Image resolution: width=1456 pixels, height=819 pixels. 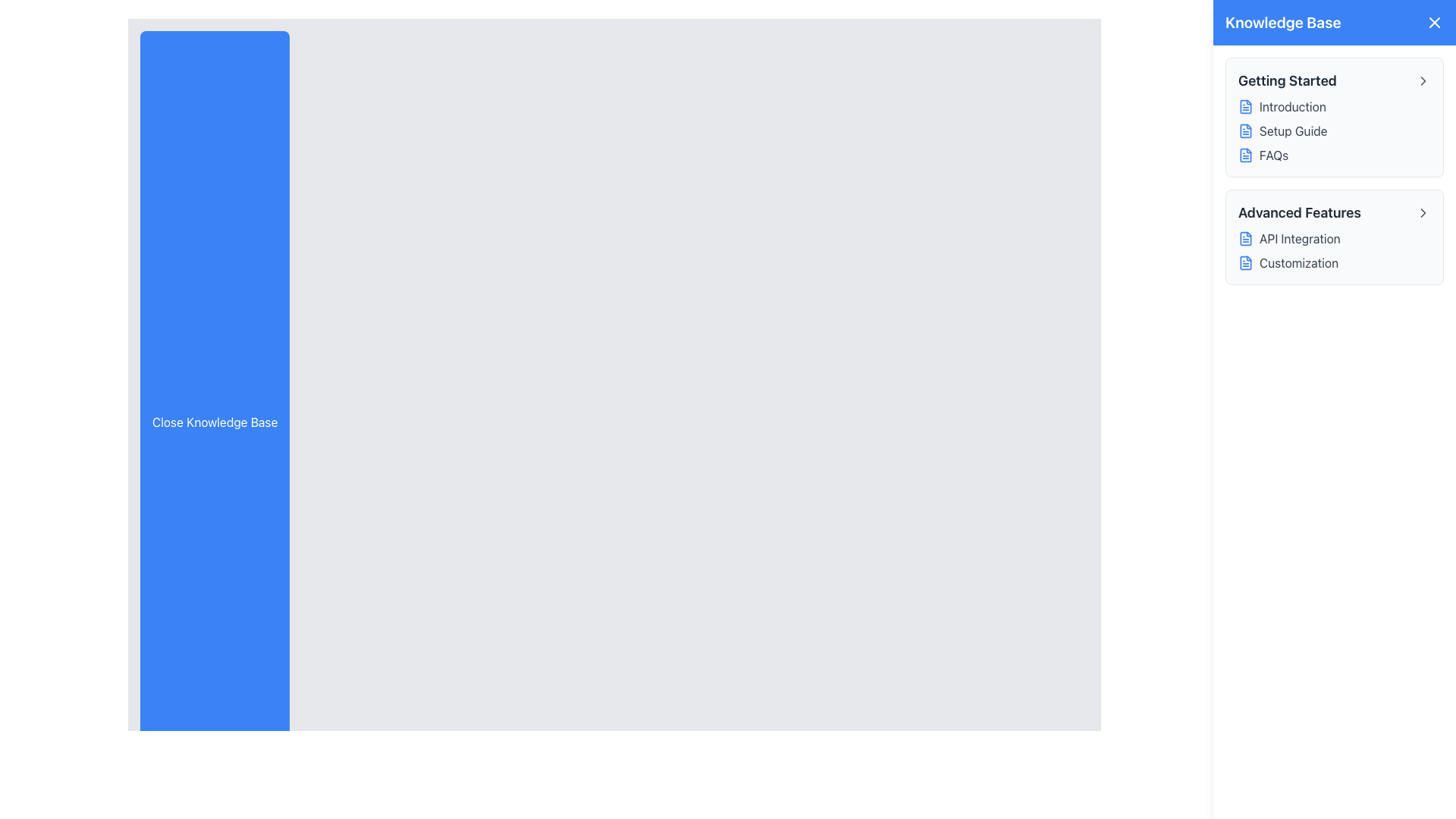 I want to click on the SVG Icon forming a cross ('x') shape located in the top-right corner of the panel labeled 'Knowledge Base', so click(x=1433, y=23).